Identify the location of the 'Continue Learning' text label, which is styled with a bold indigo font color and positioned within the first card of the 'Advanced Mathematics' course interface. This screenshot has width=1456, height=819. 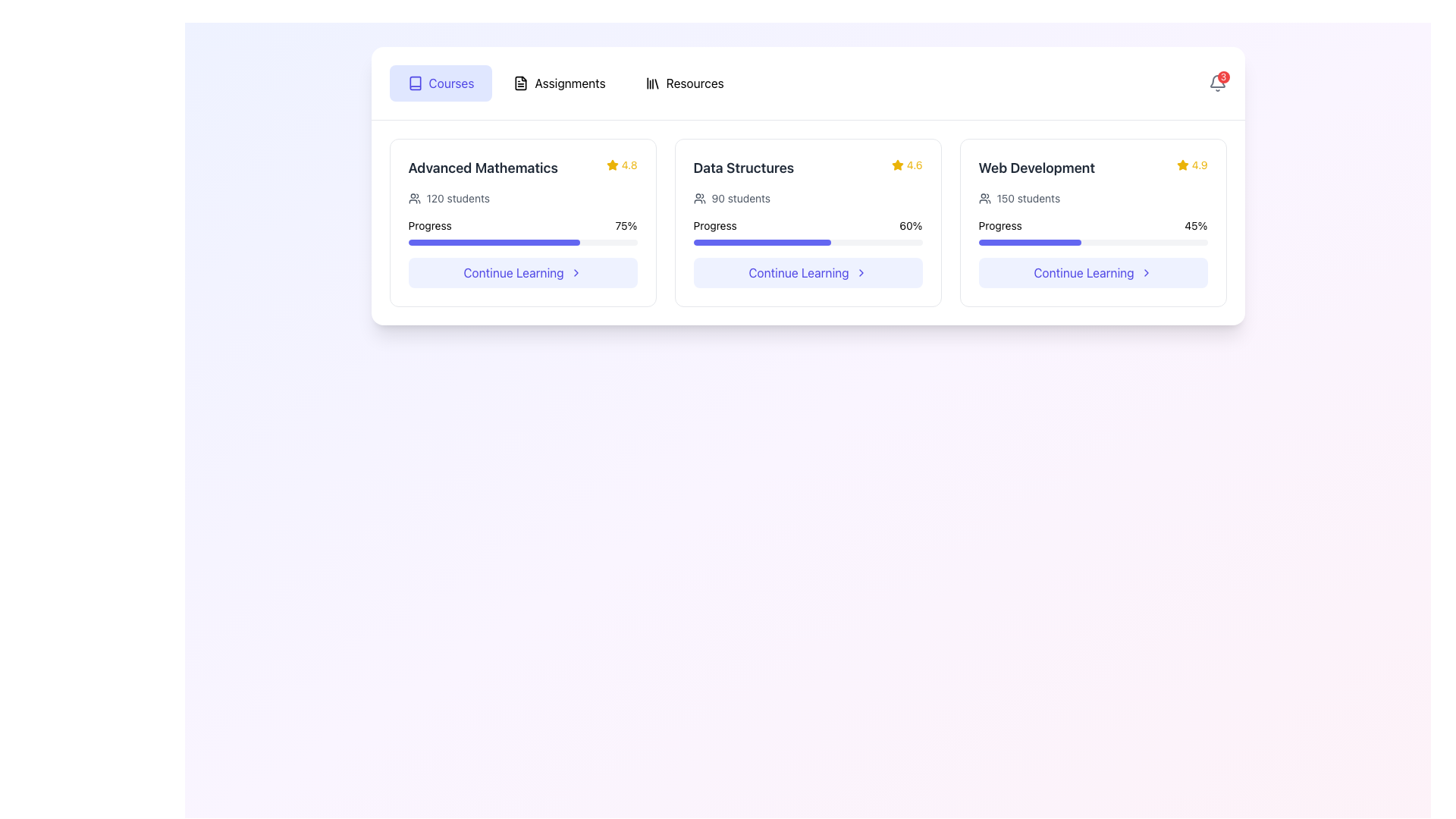
(513, 271).